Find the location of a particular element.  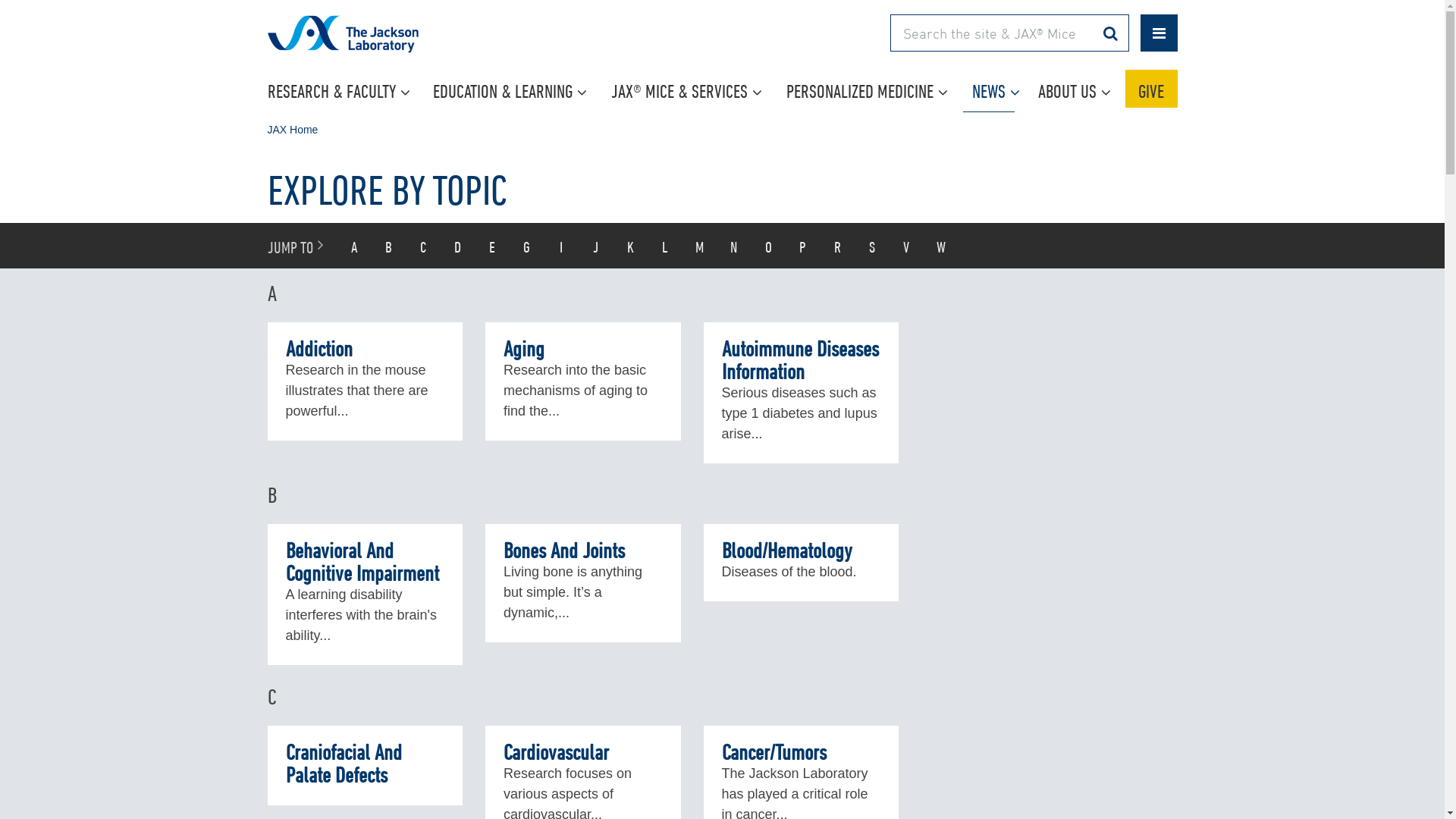

'E' is located at coordinates (473, 245).